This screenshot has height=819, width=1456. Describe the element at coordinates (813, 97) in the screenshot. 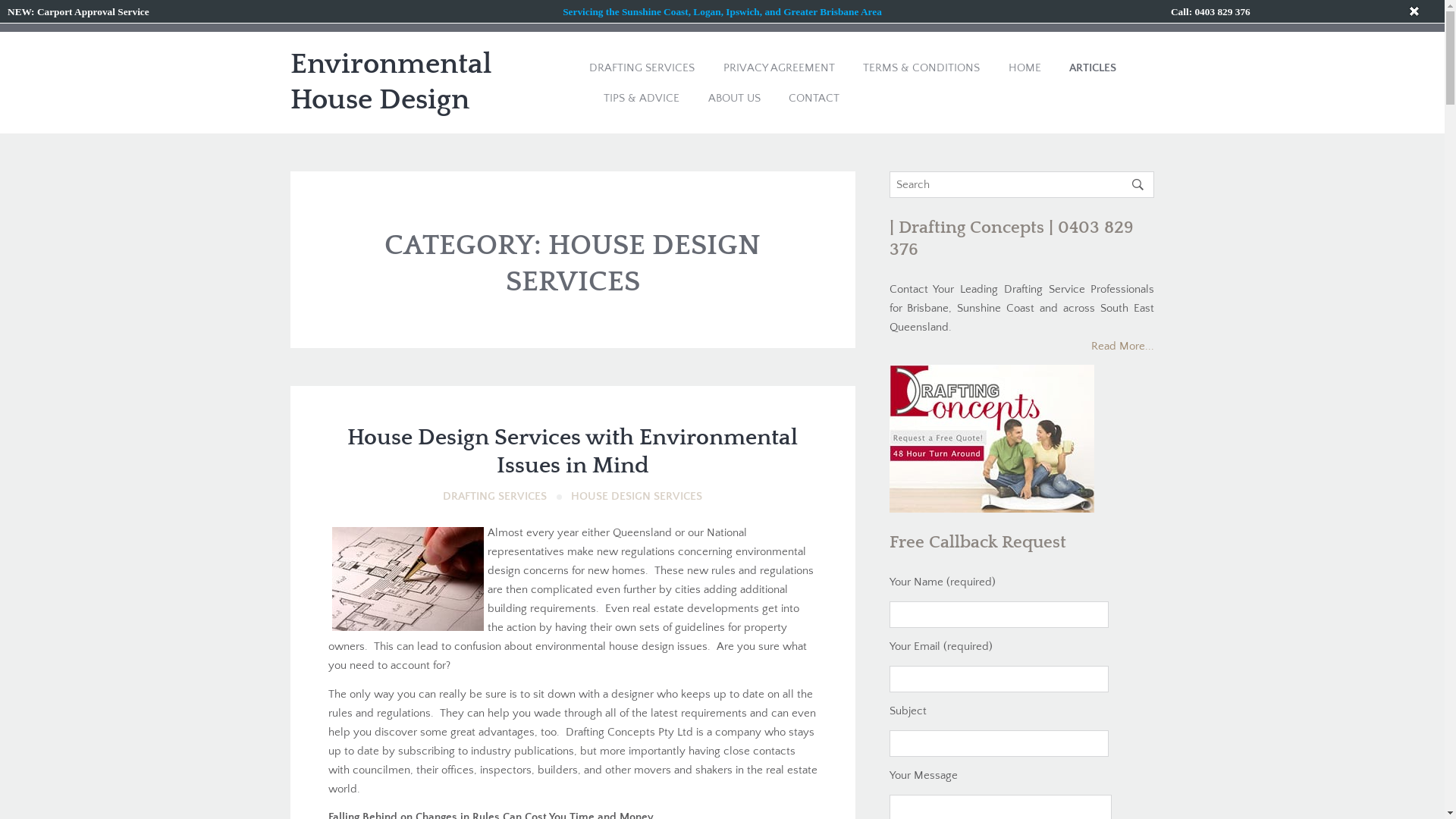

I see `'CONTACT'` at that location.